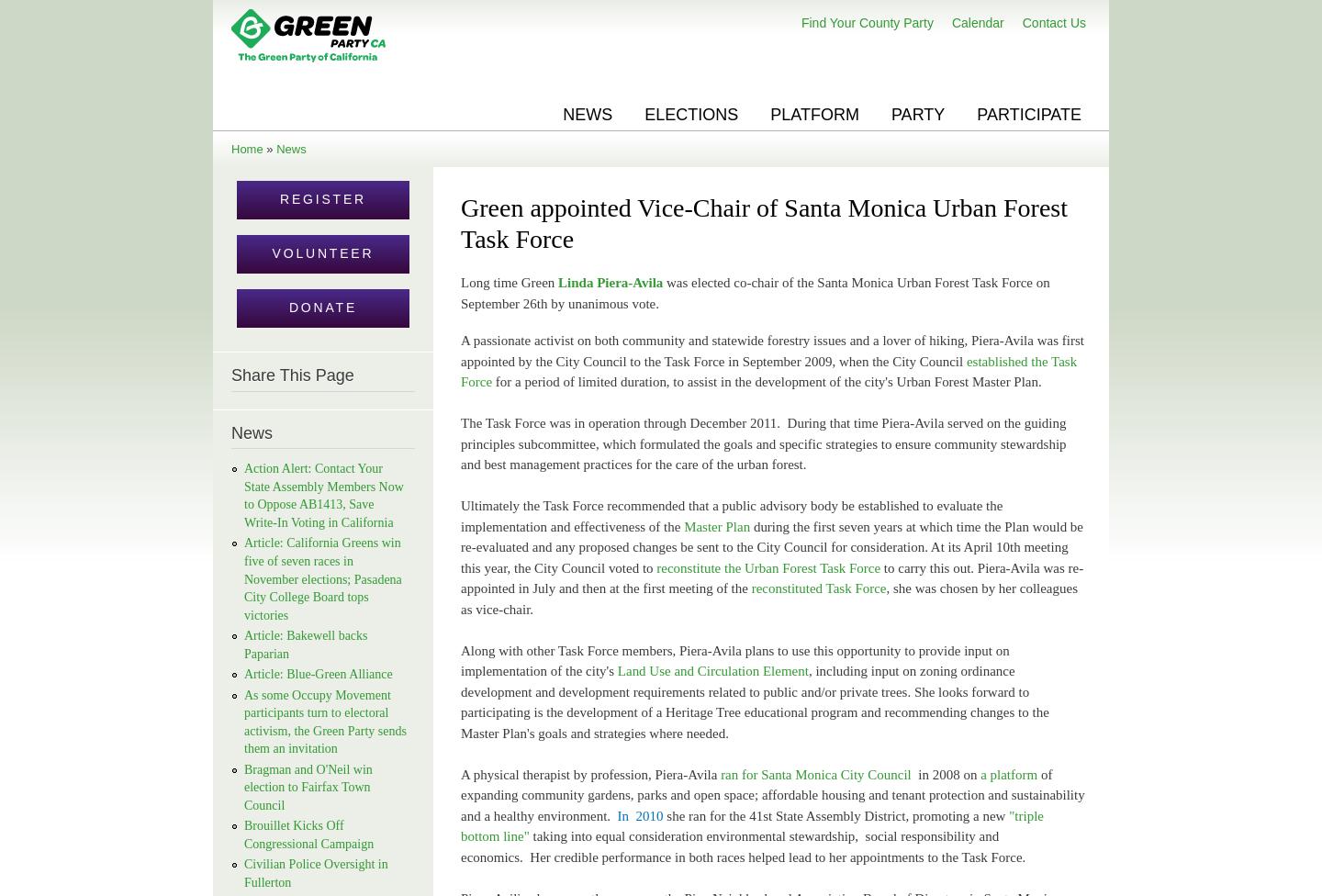 Image resolution: width=1322 pixels, height=896 pixels. Describe the element at coordinates (755, 292) in the screenshot. I see `'was elected co-chair of the Santa Monica Urban Forest Task Force on September 26th by unanimous vote.'` at that location.